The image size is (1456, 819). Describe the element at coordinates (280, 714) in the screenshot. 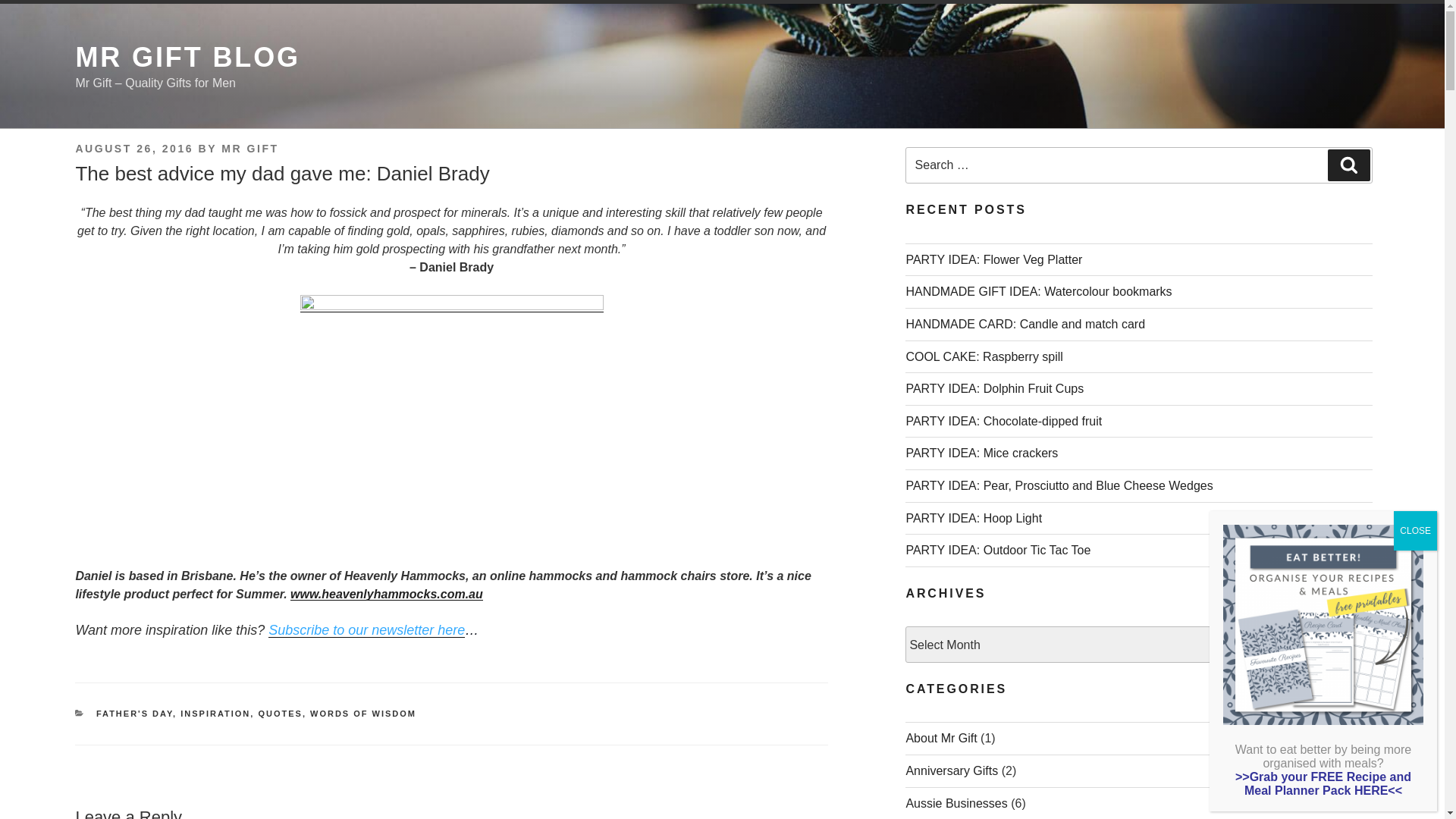

I see `'QUOTES'` at that location.